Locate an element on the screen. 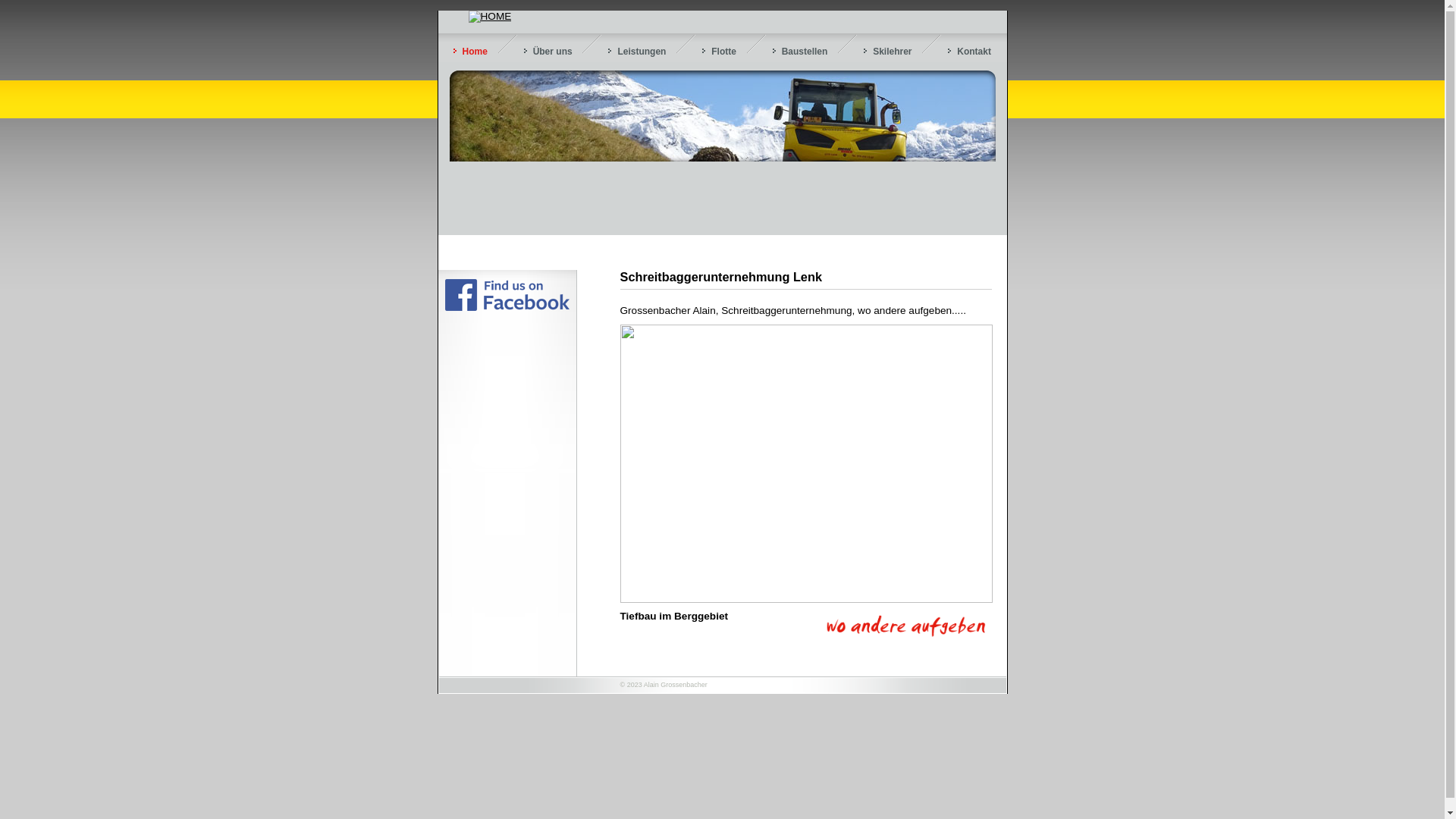  'Home' is located at coordinates (469, 51).